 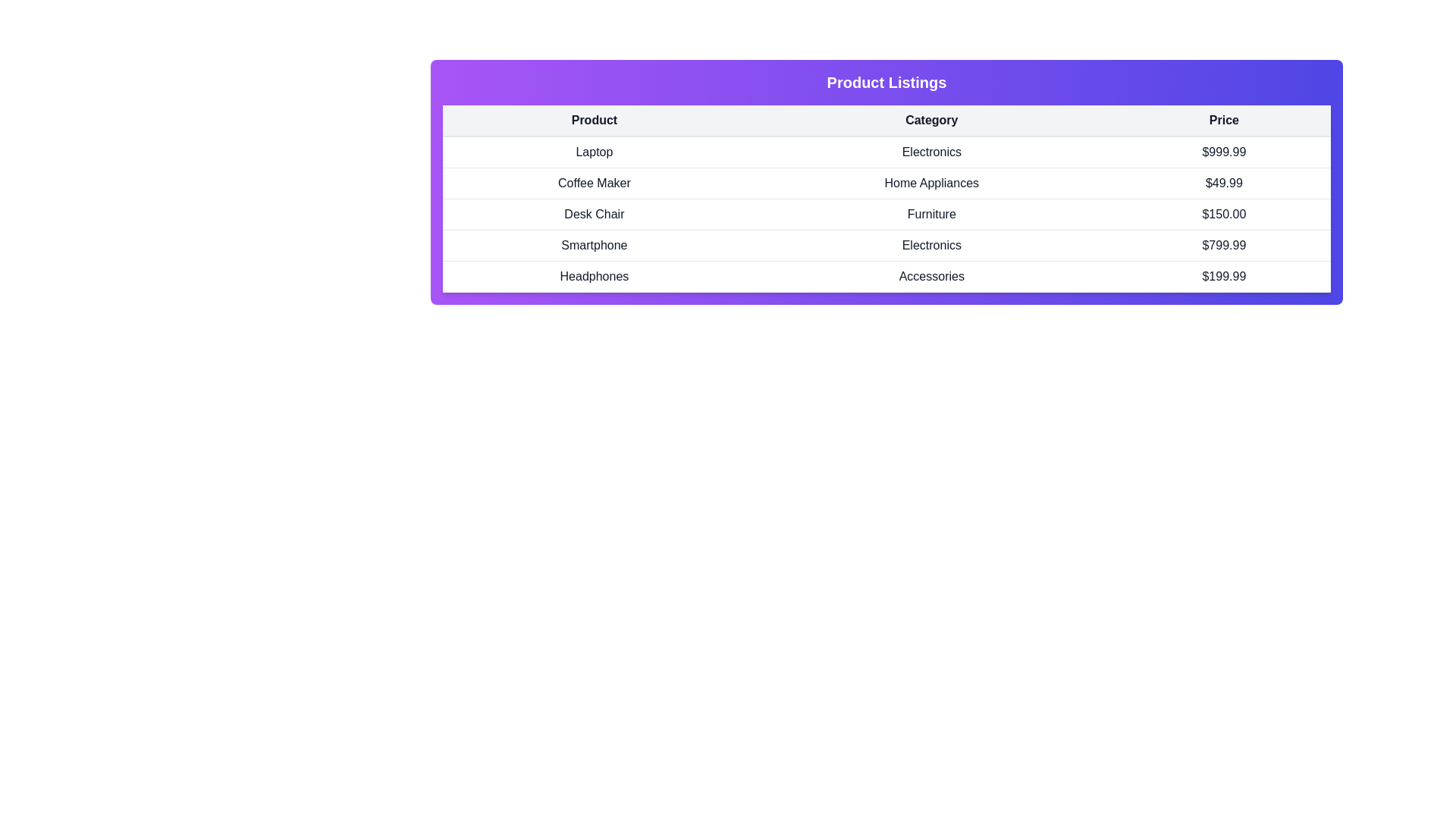 I want to click on the 'Desk Chair' text label in the 'Product' column of the third row in the table, which is displayed in a clean and uniform style, so click(x=593, y=214).